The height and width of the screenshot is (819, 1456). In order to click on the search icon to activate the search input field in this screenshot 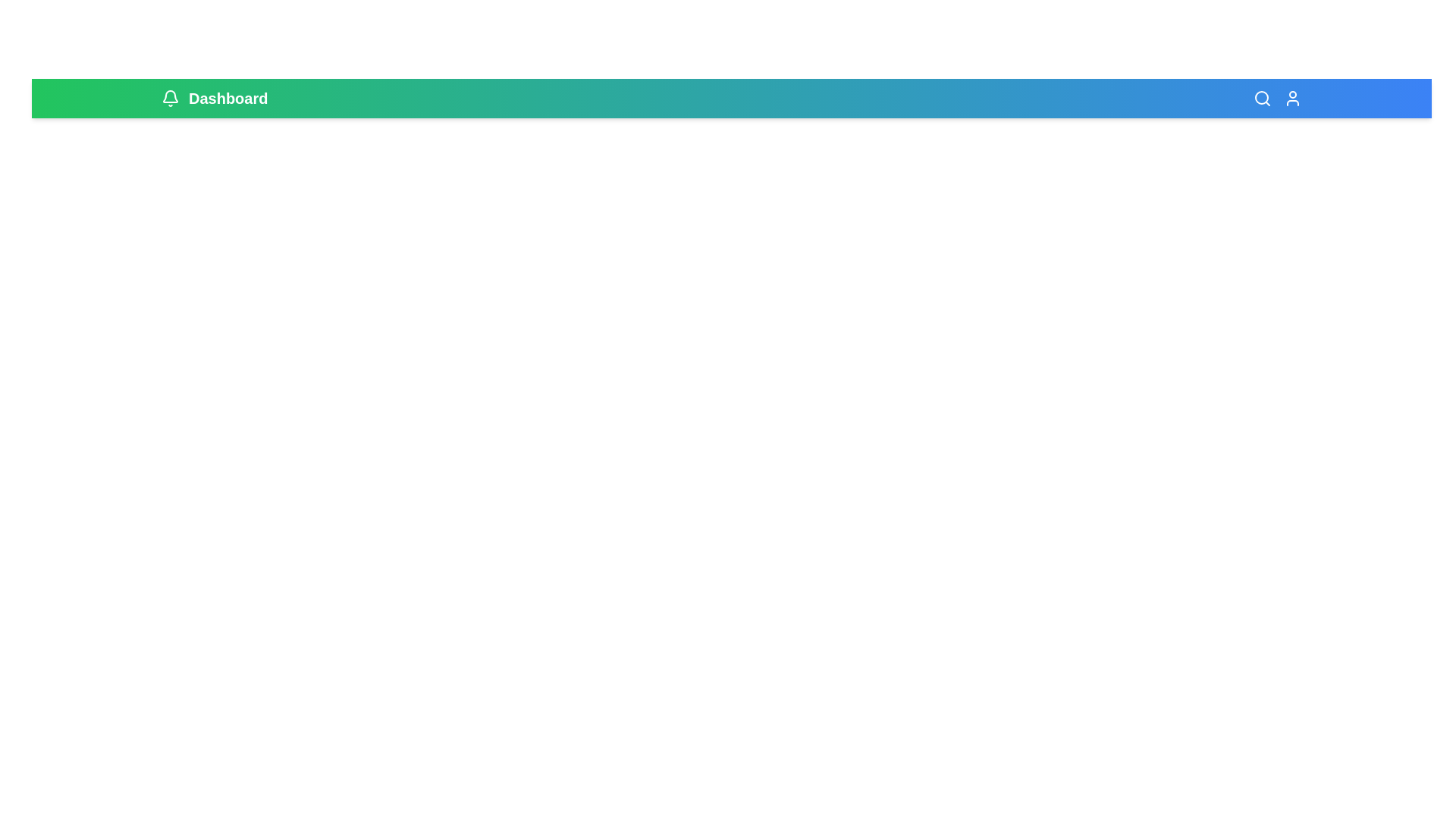, I will do `click(1263, 99)`.